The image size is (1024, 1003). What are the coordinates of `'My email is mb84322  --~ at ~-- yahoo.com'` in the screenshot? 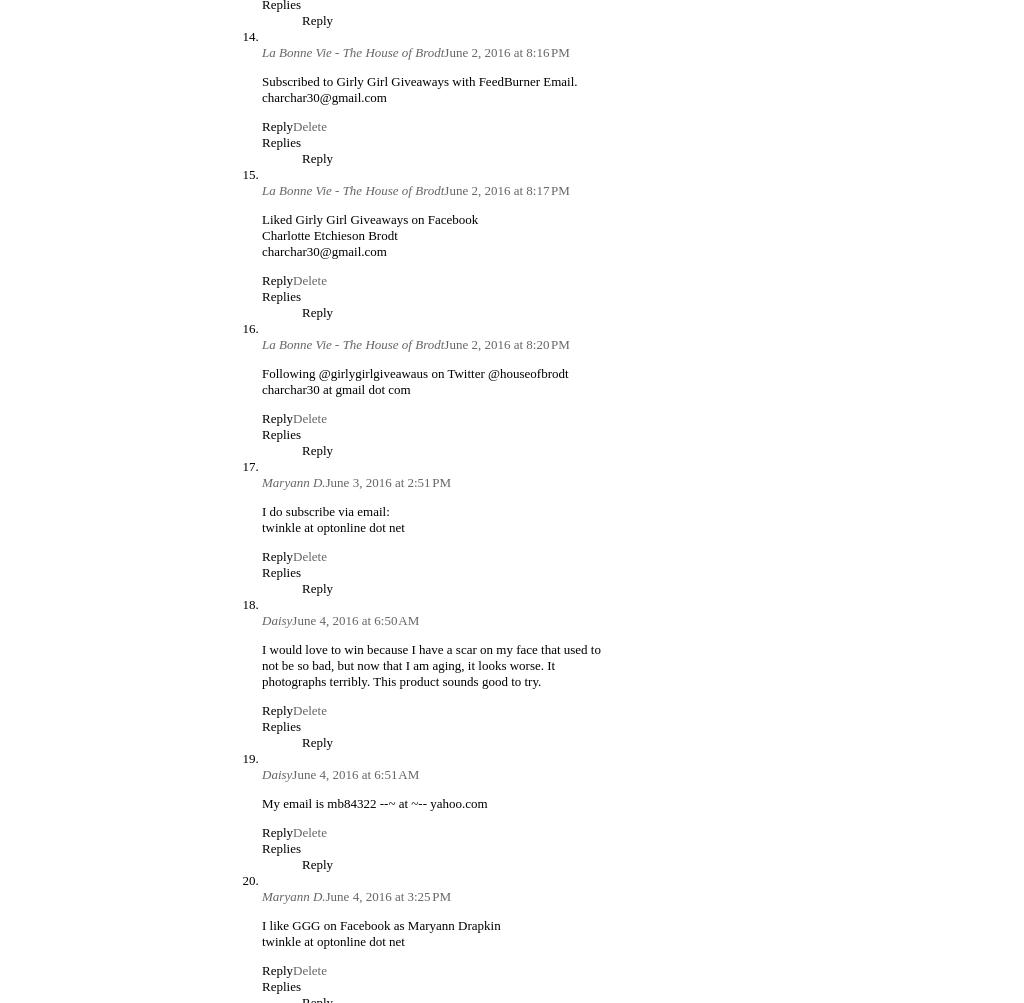 It's located at (374, 801).